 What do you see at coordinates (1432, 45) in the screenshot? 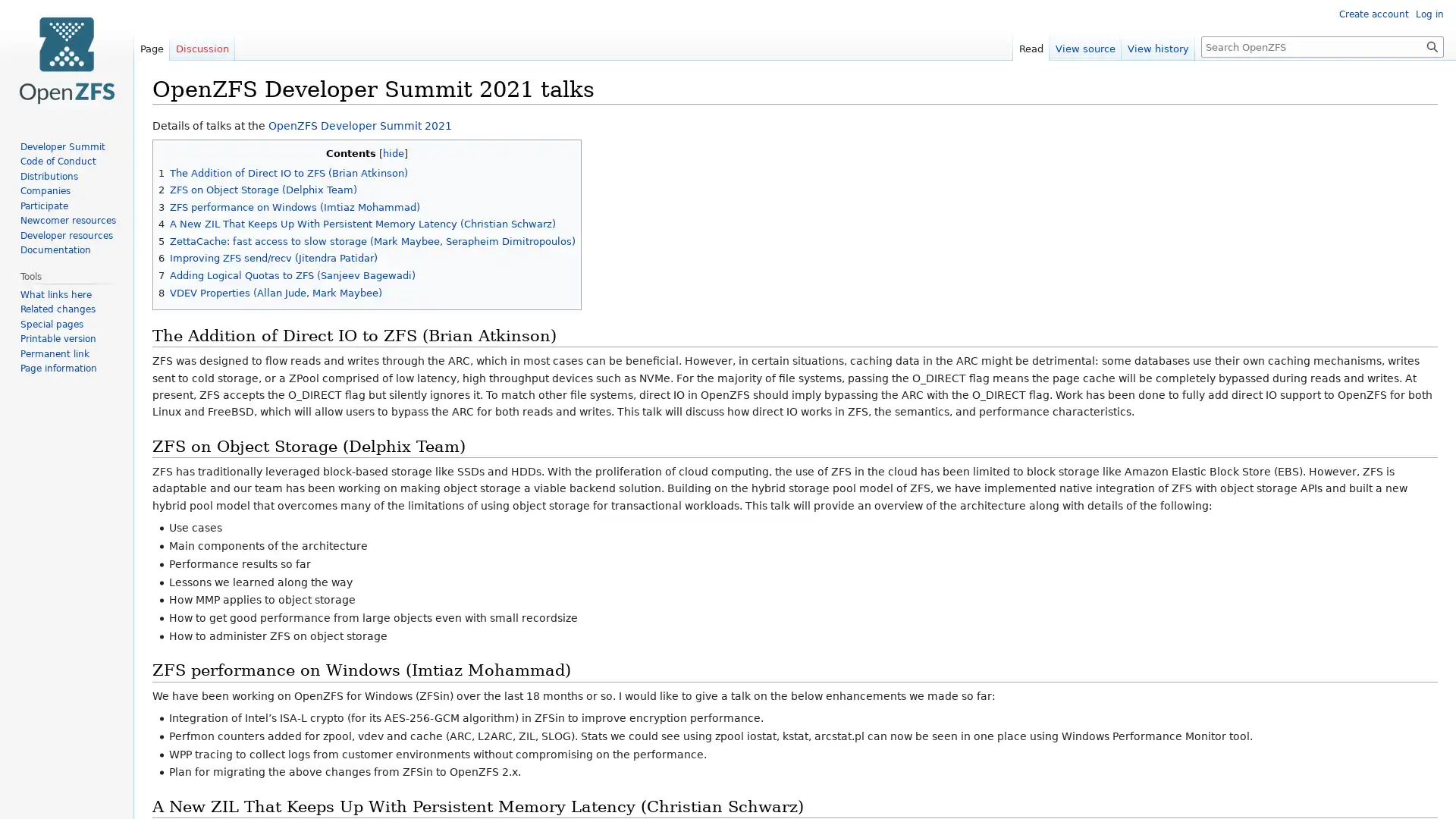
I see `Search` at bounding box center [1432, 45].